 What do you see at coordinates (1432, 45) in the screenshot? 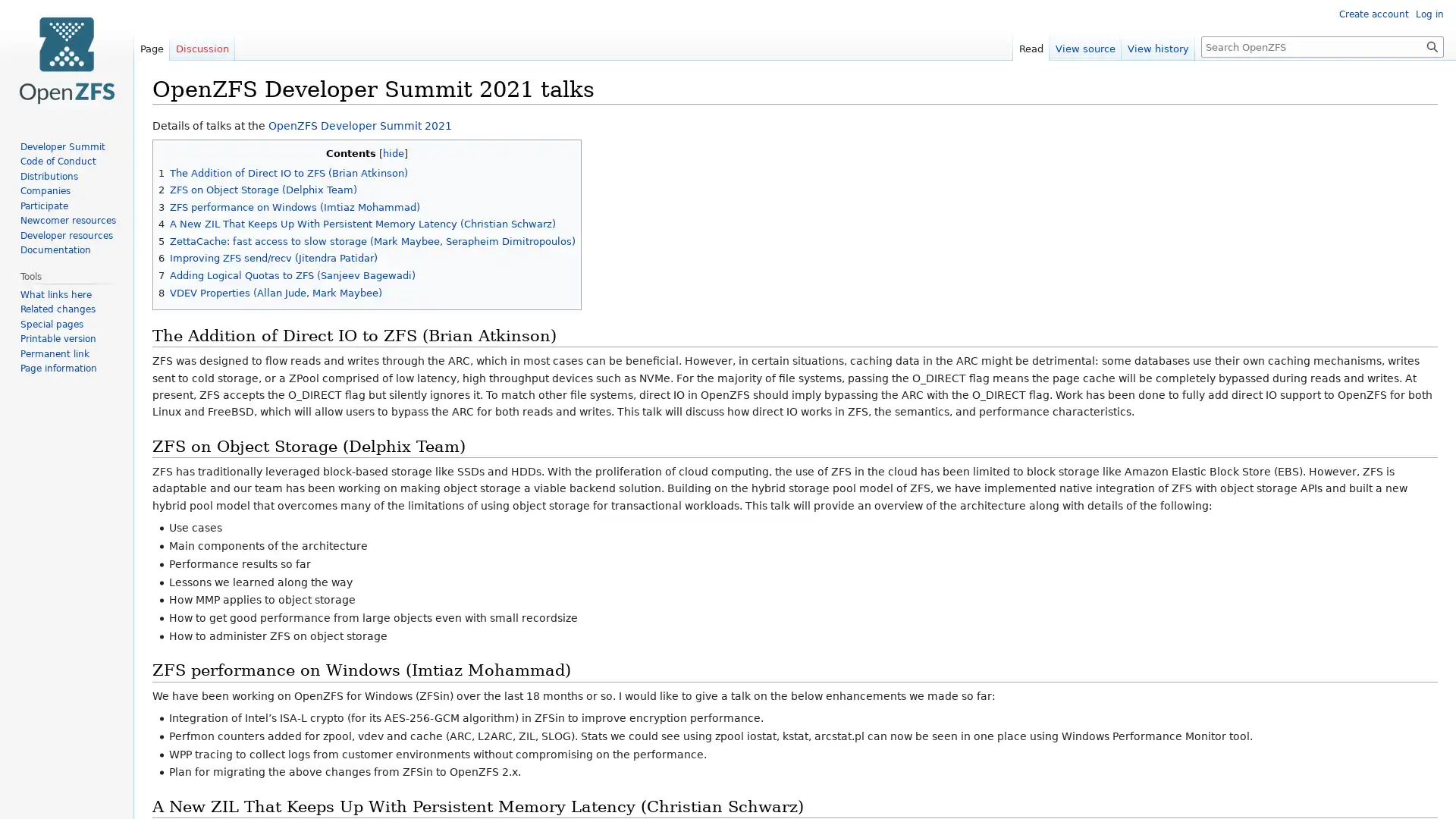
I see `Search` at bounding box center [1432, 45].